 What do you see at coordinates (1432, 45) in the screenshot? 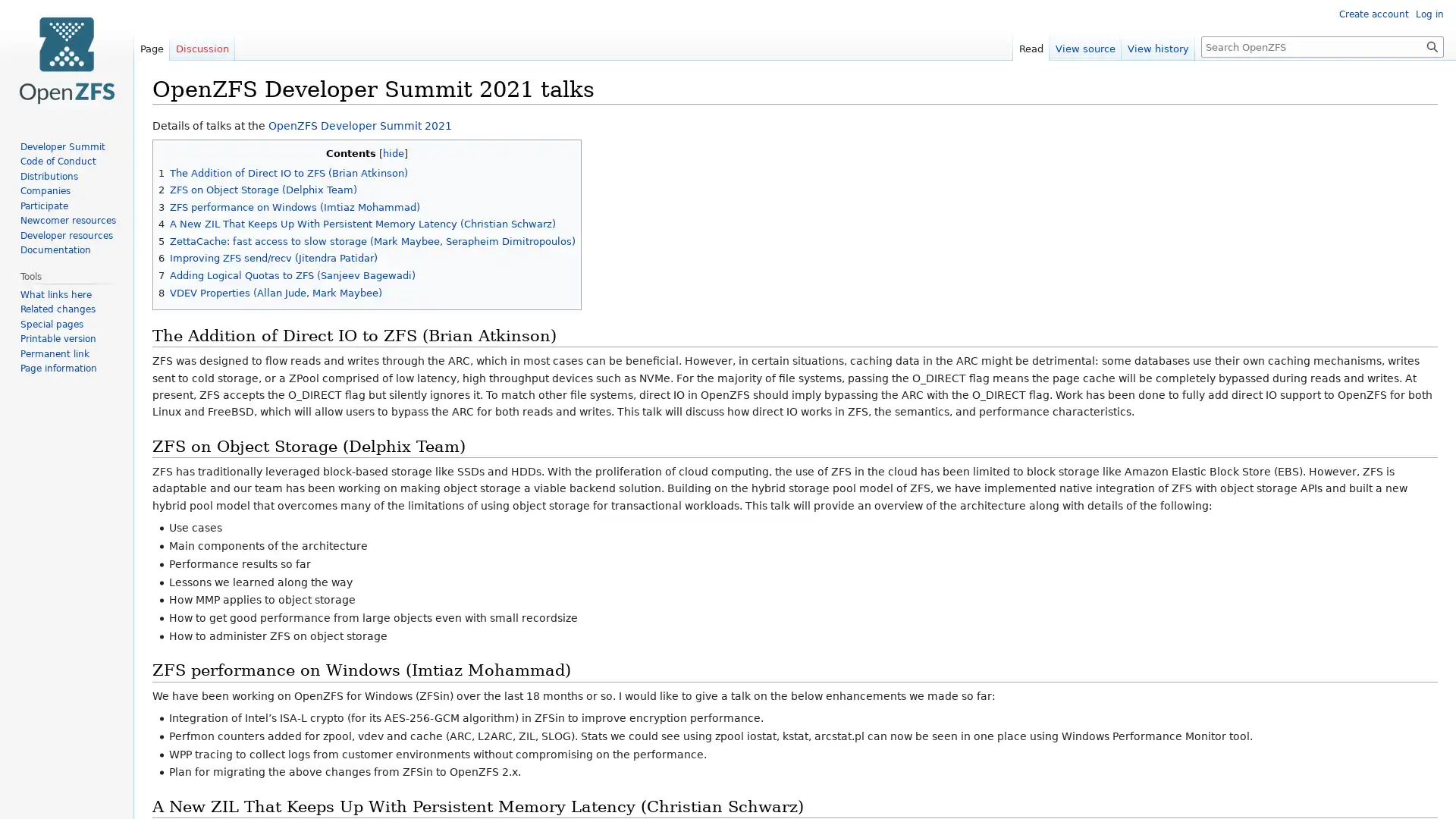
I see `Search` at bounding box center [1432, 45].